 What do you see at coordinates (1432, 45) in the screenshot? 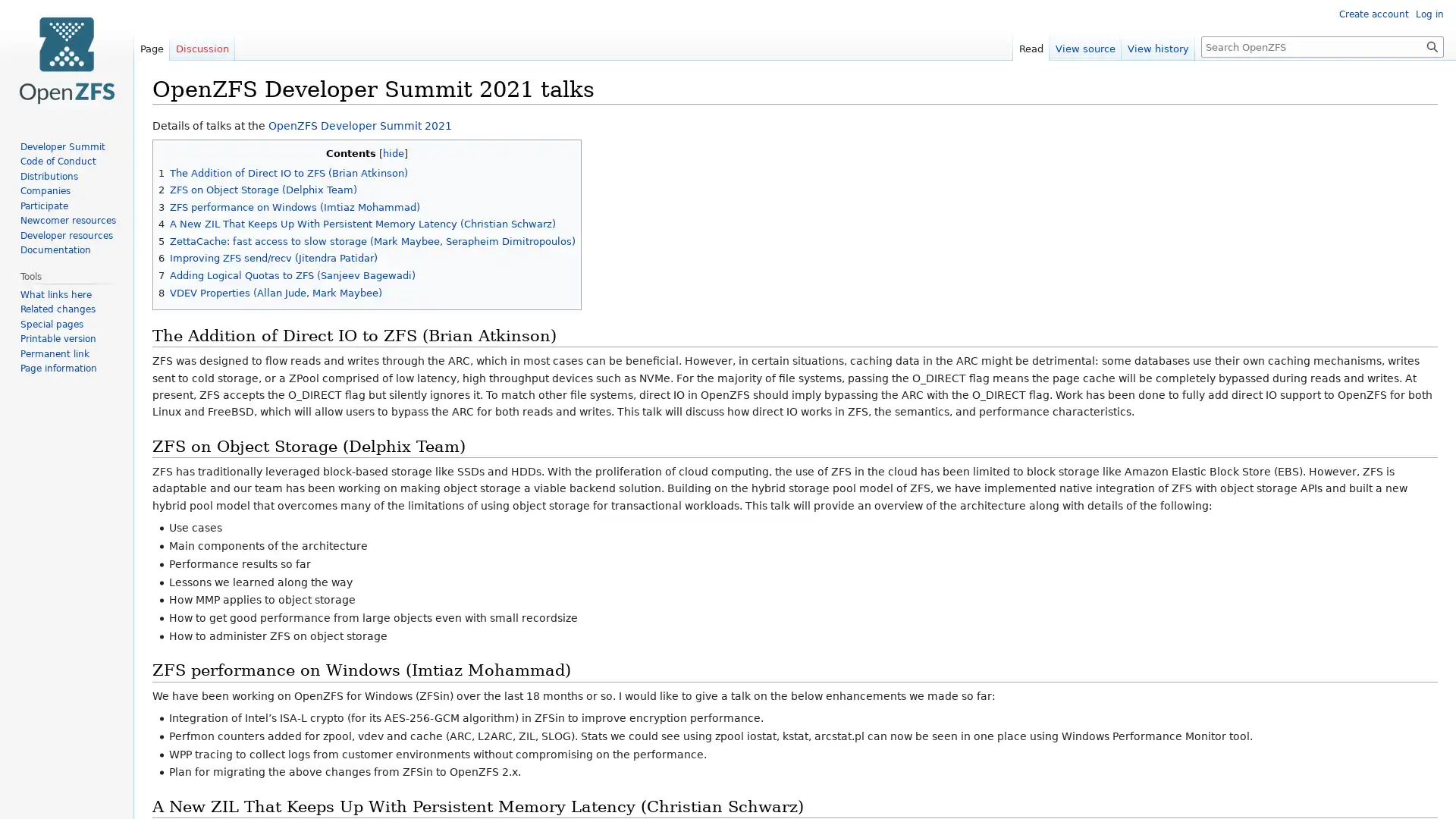
I see `Search` at bounding box center [1432, 45].